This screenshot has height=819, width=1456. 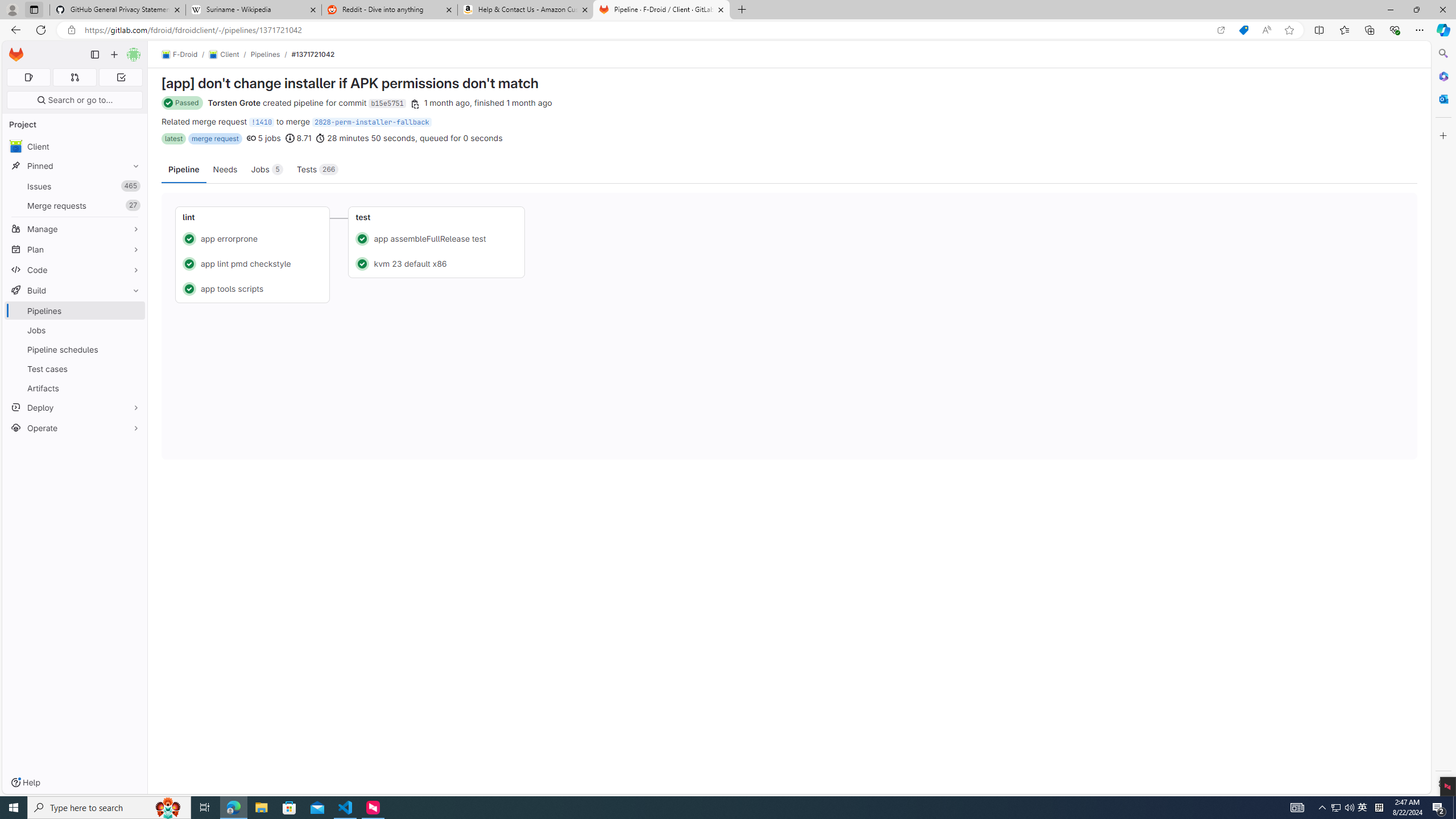 What do you see at coordinates (179, 54) in the screenshot?
I see `'F-Droid'` at bounding box center [179, 54].